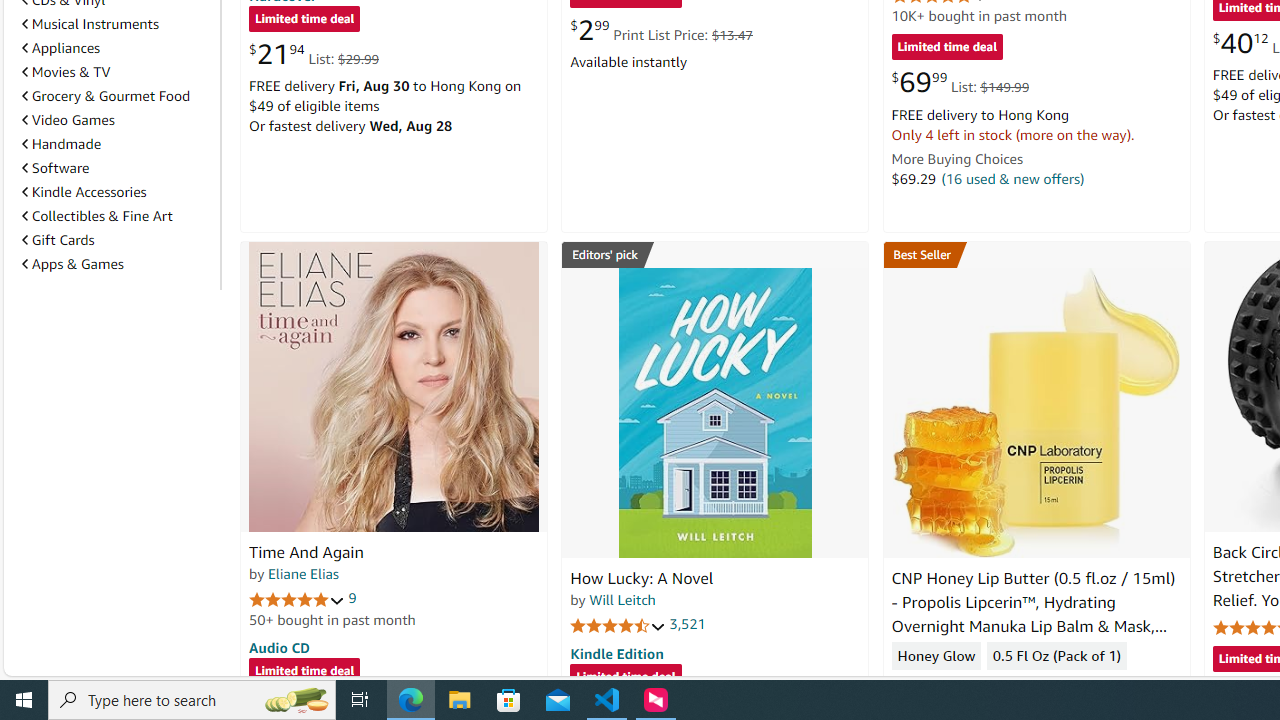  What do you see at coordinates (352, 596) in the screenshot?
I see `'9'` at bounding box center [352, 596].